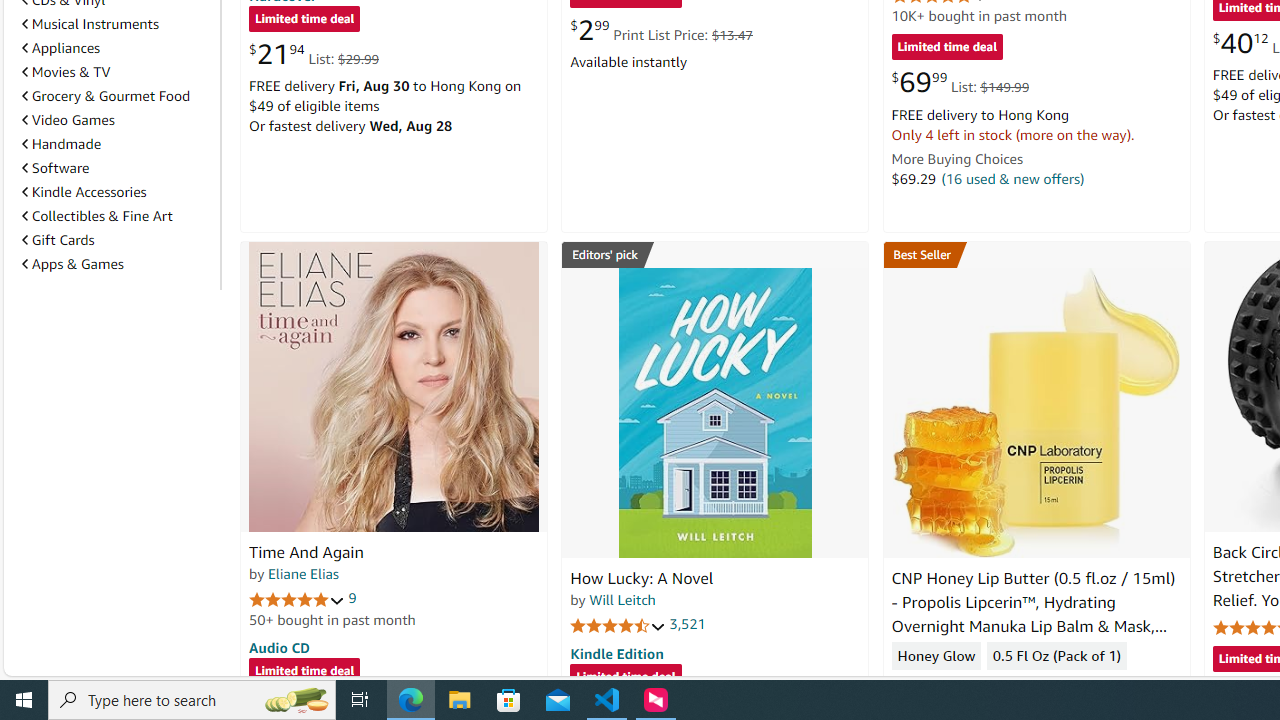  What do you see at coordinates (352, 596) in the screenshot?
I see `'9'` at bounding box center [352, 596].